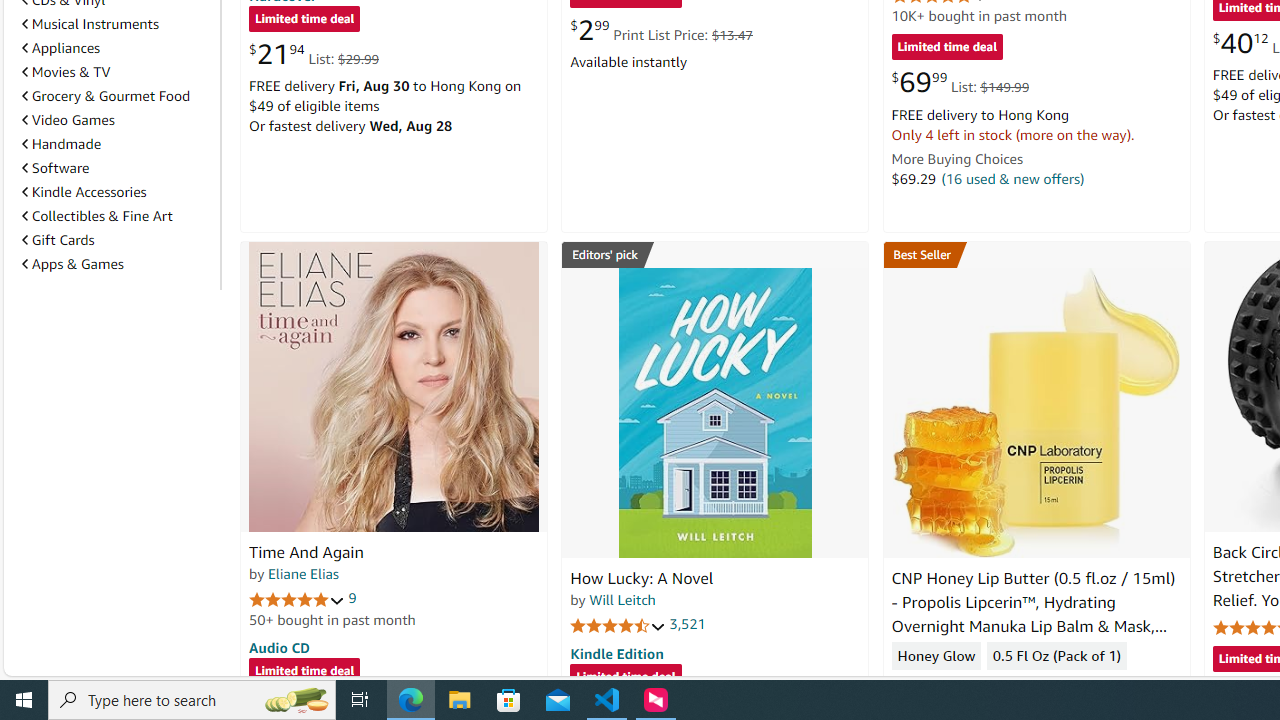  What do you see at coordinates (352, 596) in the screenshot?
I see `'9'` at bounding box center [352, 596].